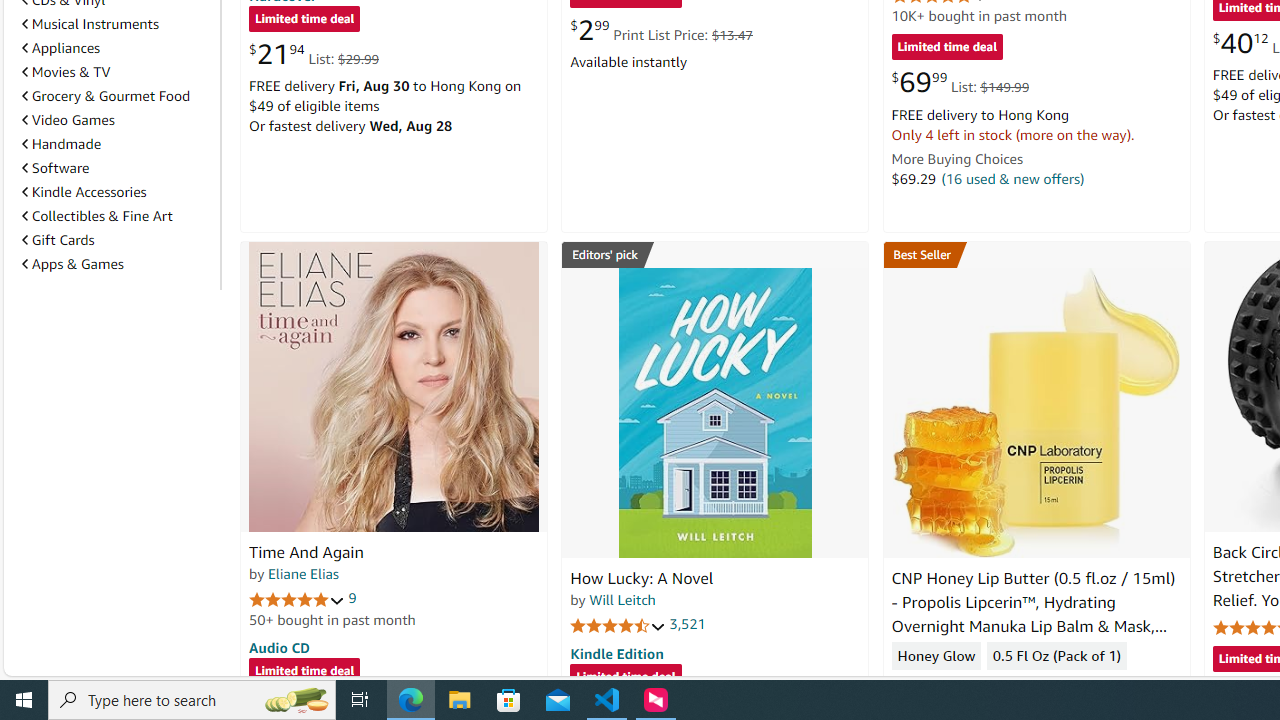  What do you see at coordinates (352, 596) in the screenshot?
I see `'9'` at bounding box center [352, 596].